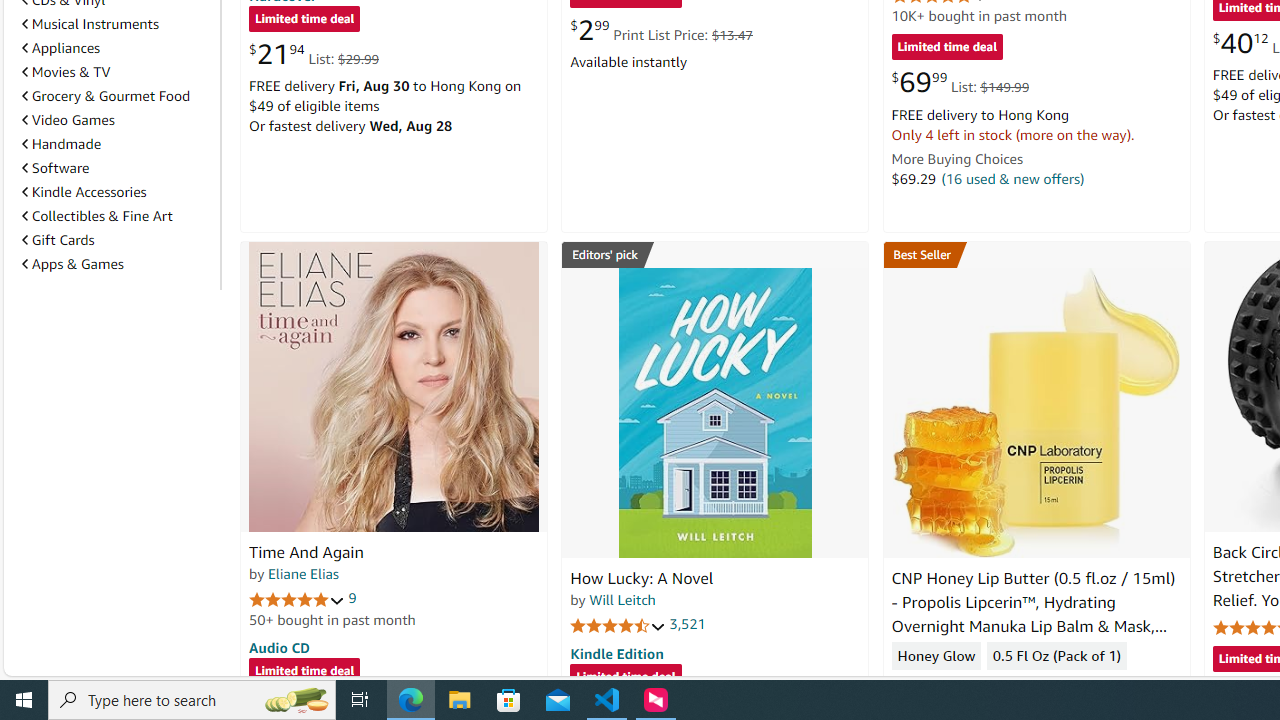  What do you see at coordinates (352, 596) in the screenshot?
I see `'9'` at bounding box center [352, 596].